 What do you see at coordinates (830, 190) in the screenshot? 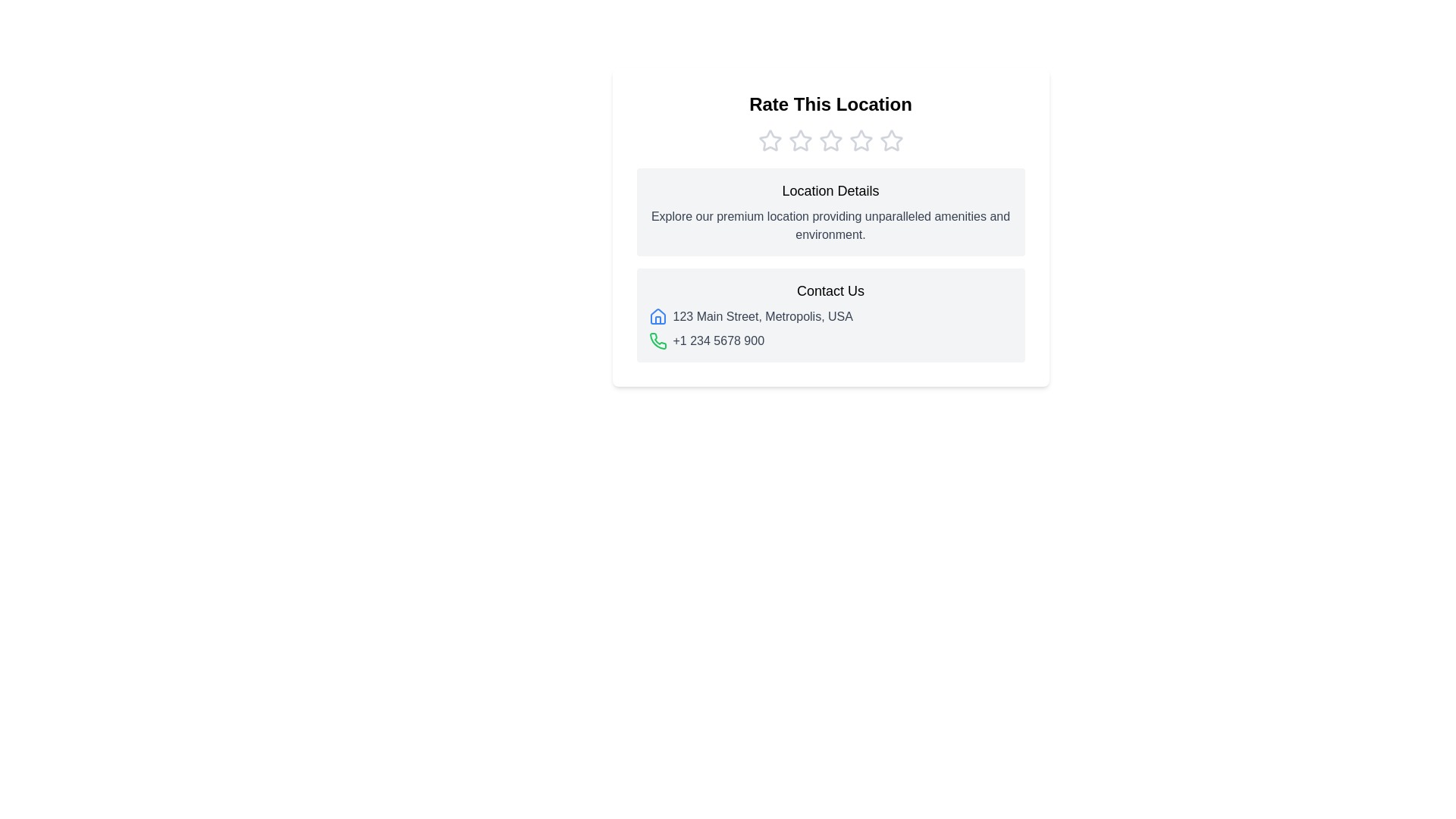
I see `the text label that serves as a title or heading for the section describing the location, which is positioned at the top of a light gray box, immediately below the 'Rate This Location' header and rating stars` at bounding box center [830, 190].